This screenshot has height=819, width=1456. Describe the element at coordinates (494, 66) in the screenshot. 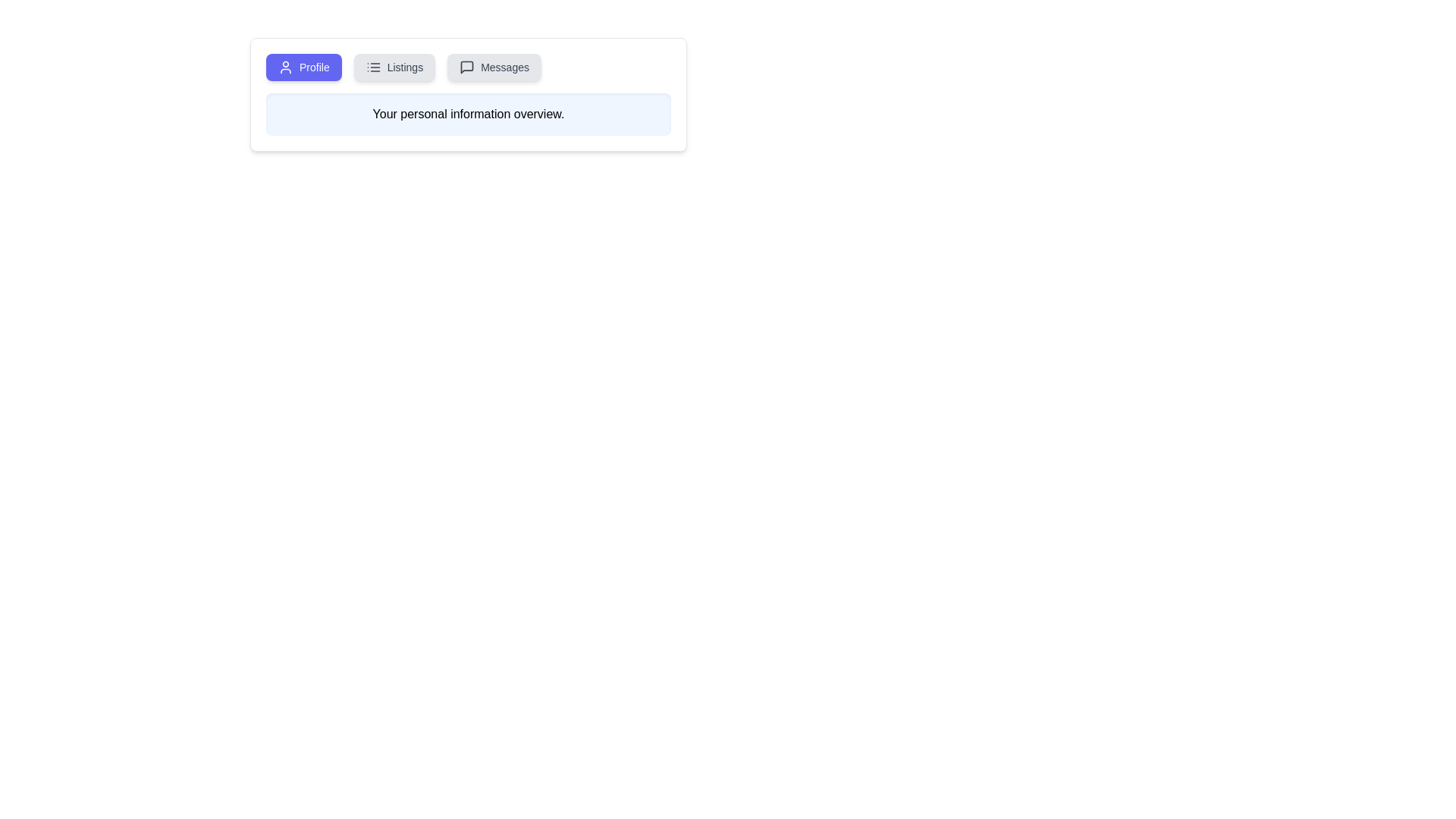

I see `the tab labeled Messages to observe its hover state effect` at that location.